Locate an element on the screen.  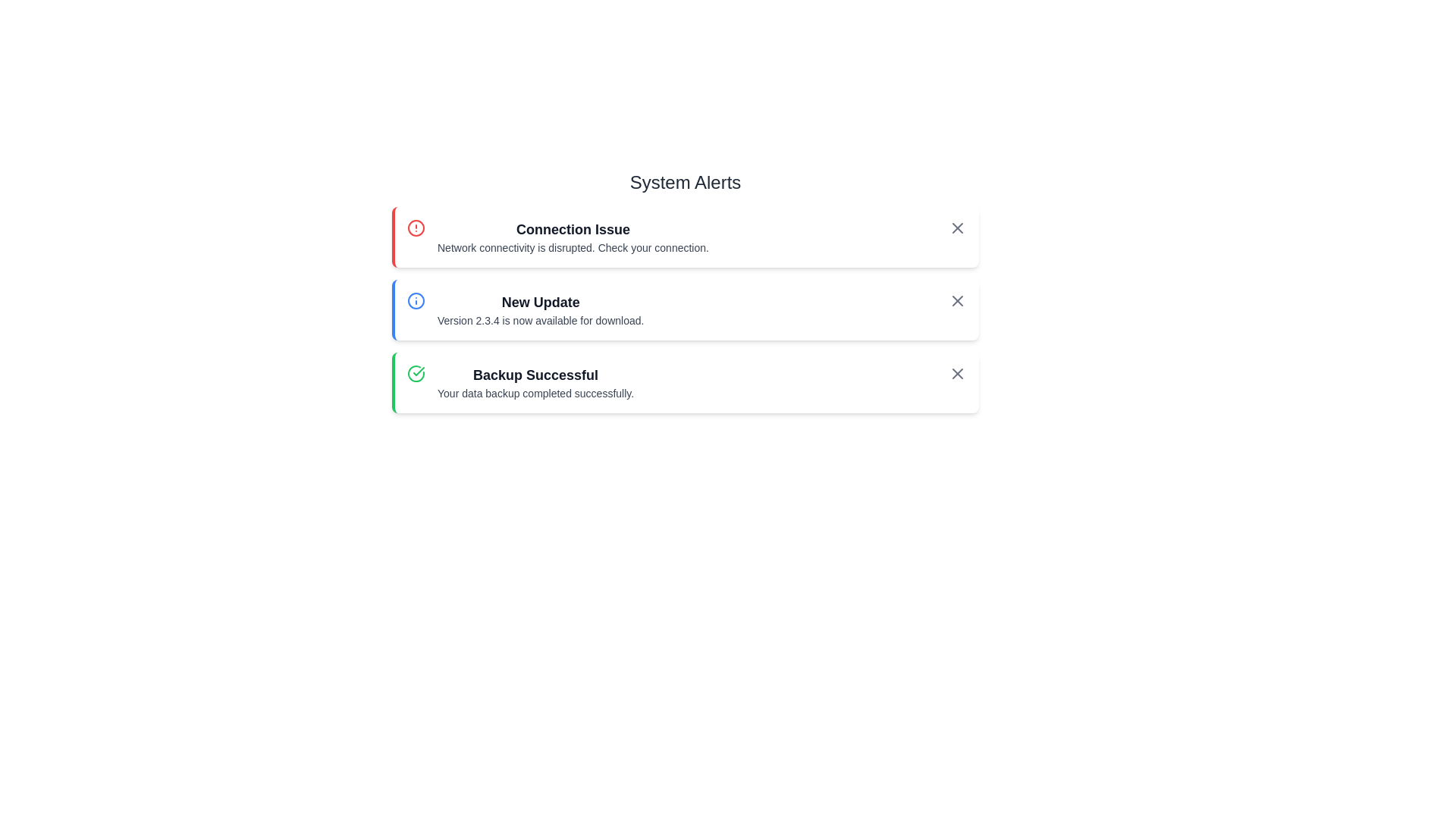
the Text Label that conveys additional details about the network connectivity issues located beneath the heading 'Connection Issue' in the topmost notification section is located at coordinates (572, 247).